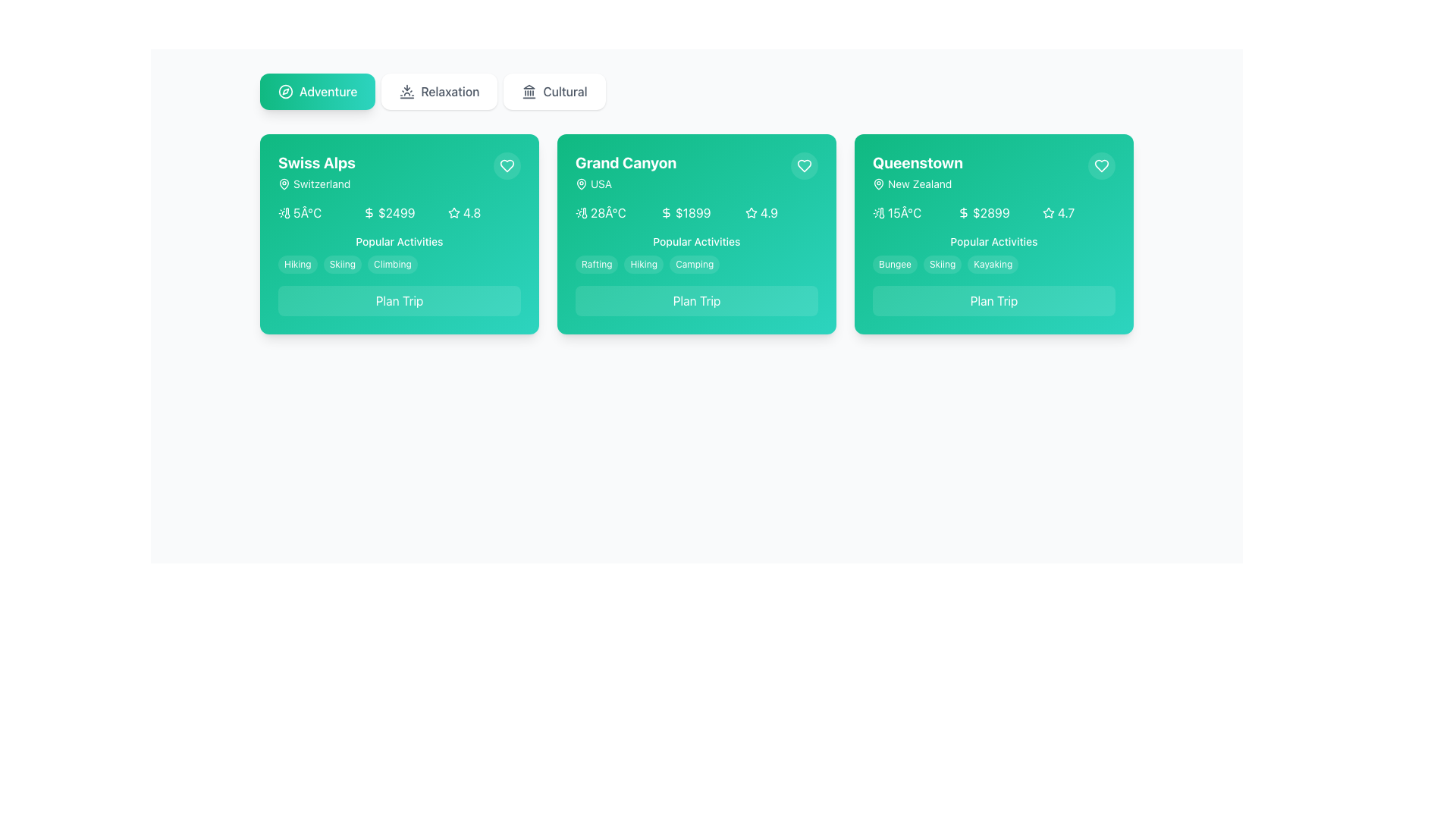 This screenshot has height=819, width=1456. What do you see at coordinates (317, 91) in the screenshot?
I see `the 'Adventure' button, which has a gradient background from emerald green to teal and includes a compass icon on the left` at bounding box center [317, 91].